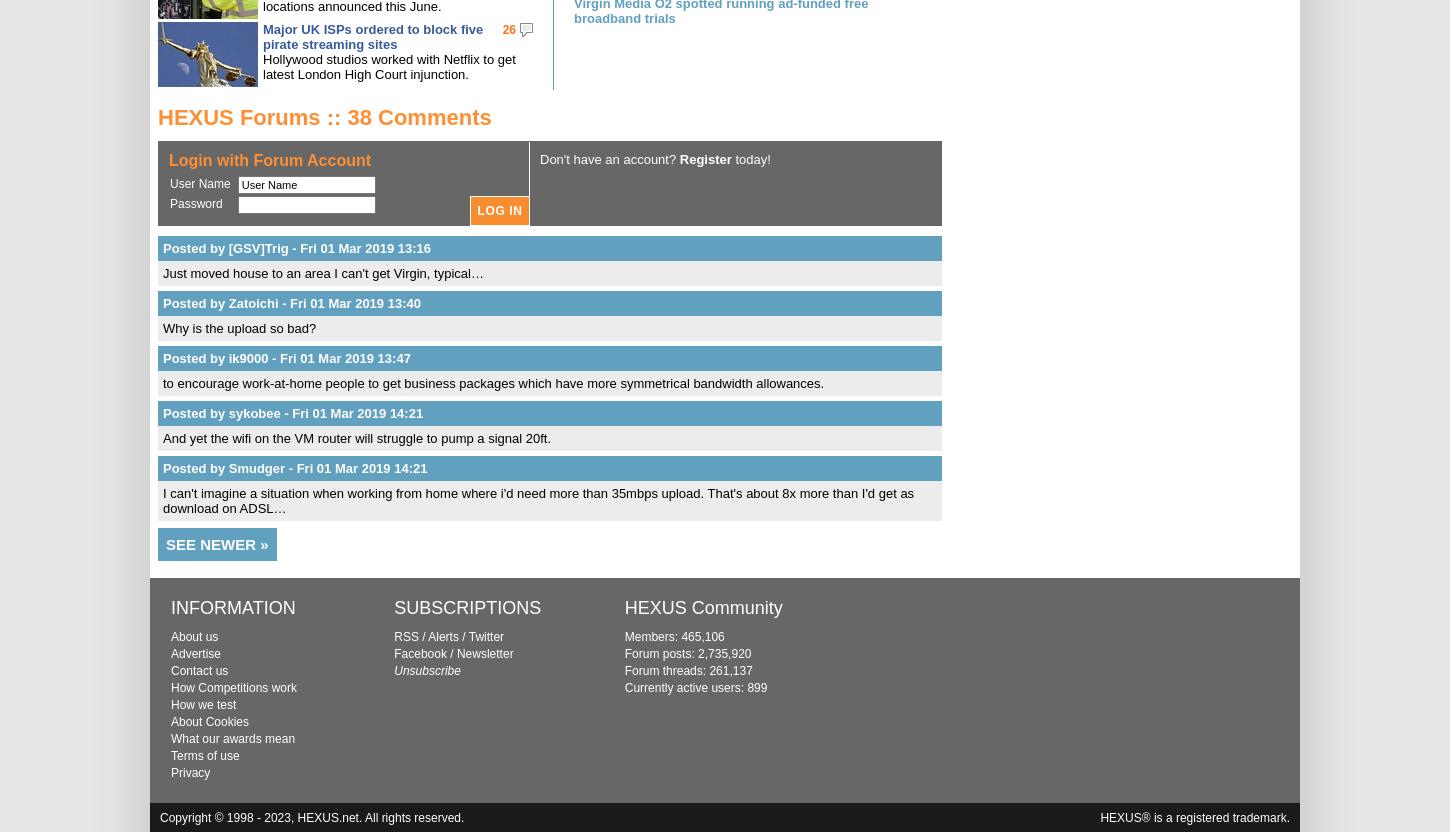  I want to click on 'INFORMATION', so click(232, 607).